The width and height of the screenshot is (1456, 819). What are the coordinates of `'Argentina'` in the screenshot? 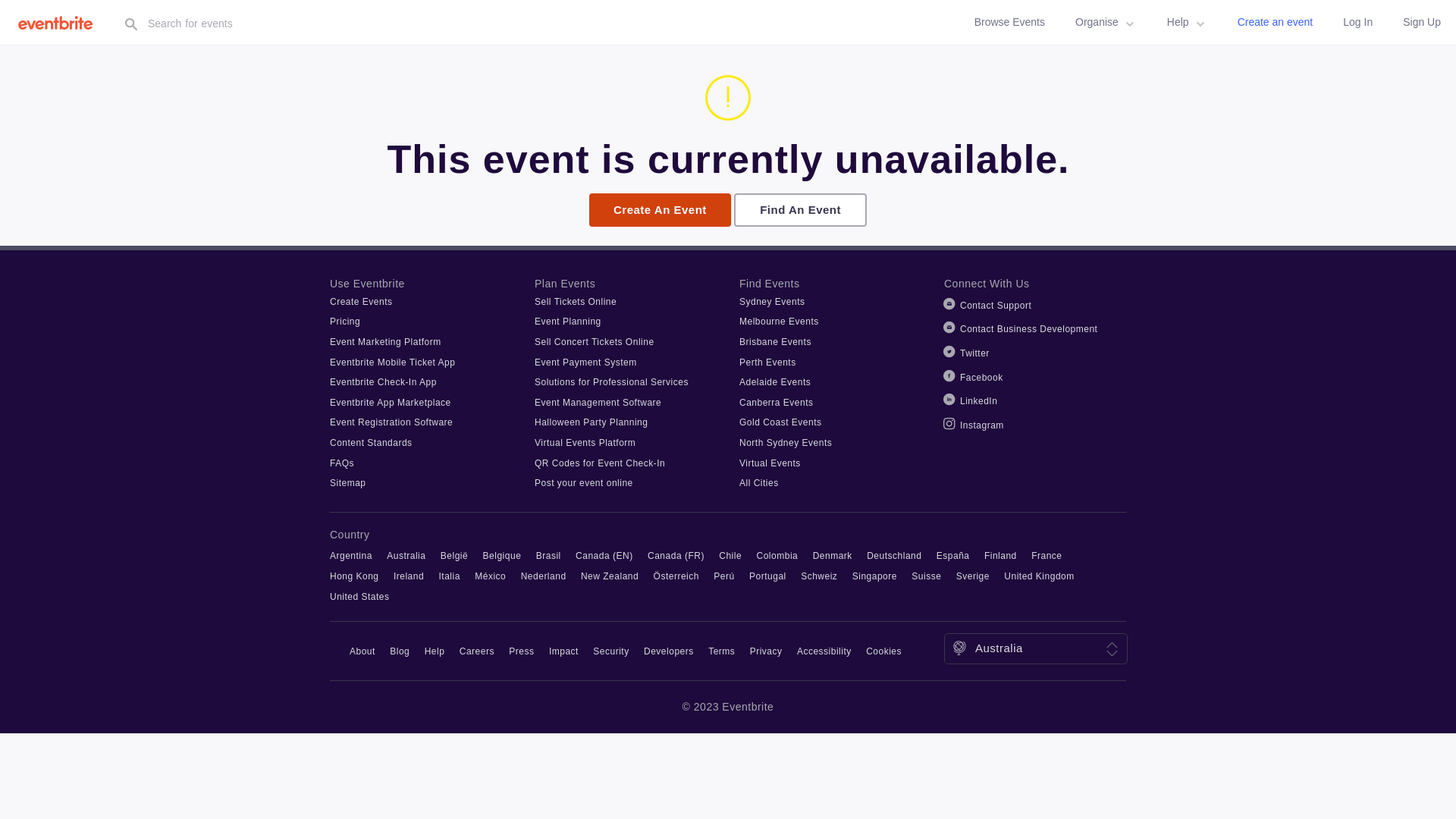 It's located at (350, 555).